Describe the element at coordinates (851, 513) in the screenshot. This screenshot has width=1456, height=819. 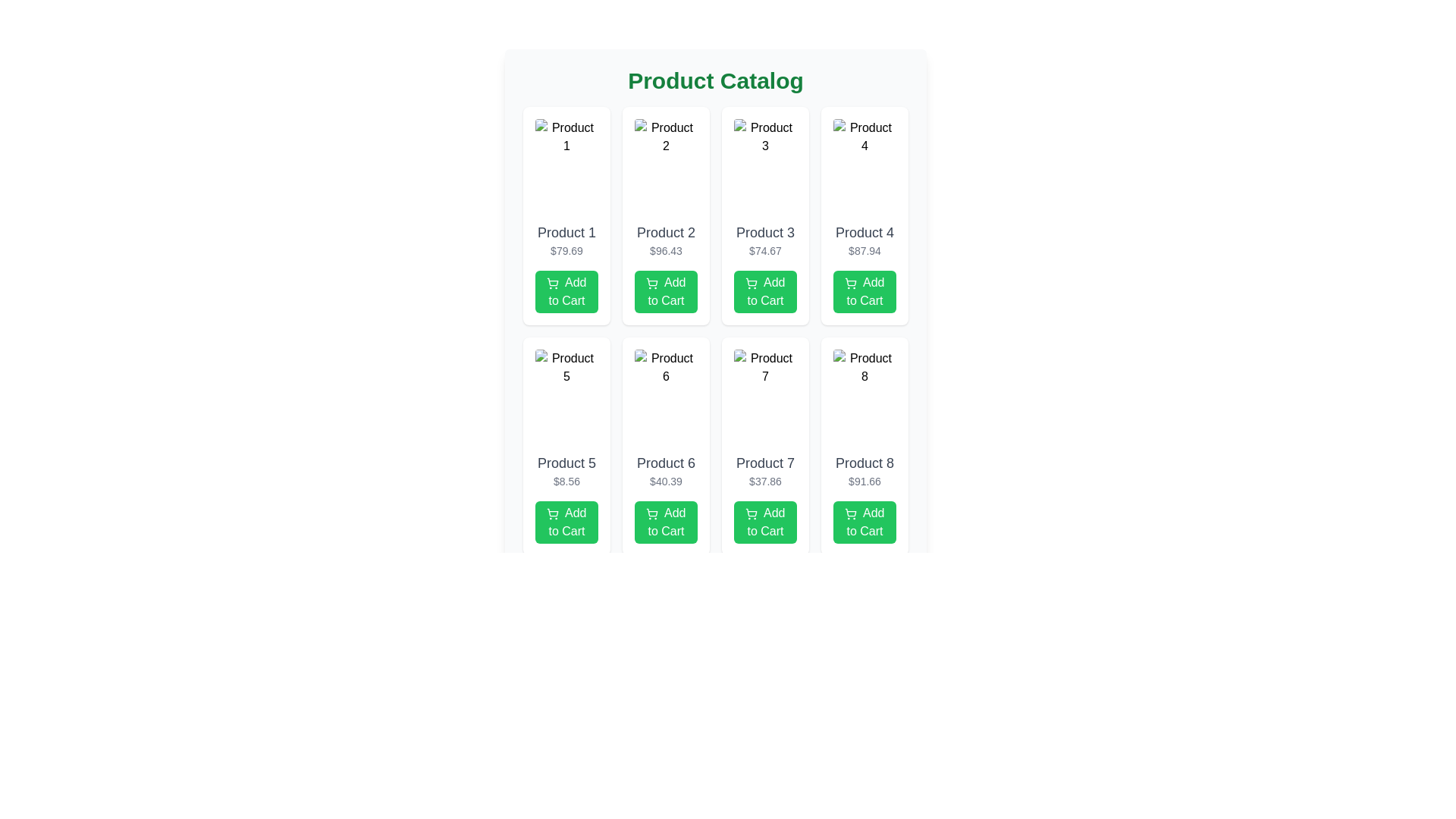
I see `the 'Add to Cart' button that contains the shopping cart icon, which is located at the bottom of the 'Product 8' card` at that location.